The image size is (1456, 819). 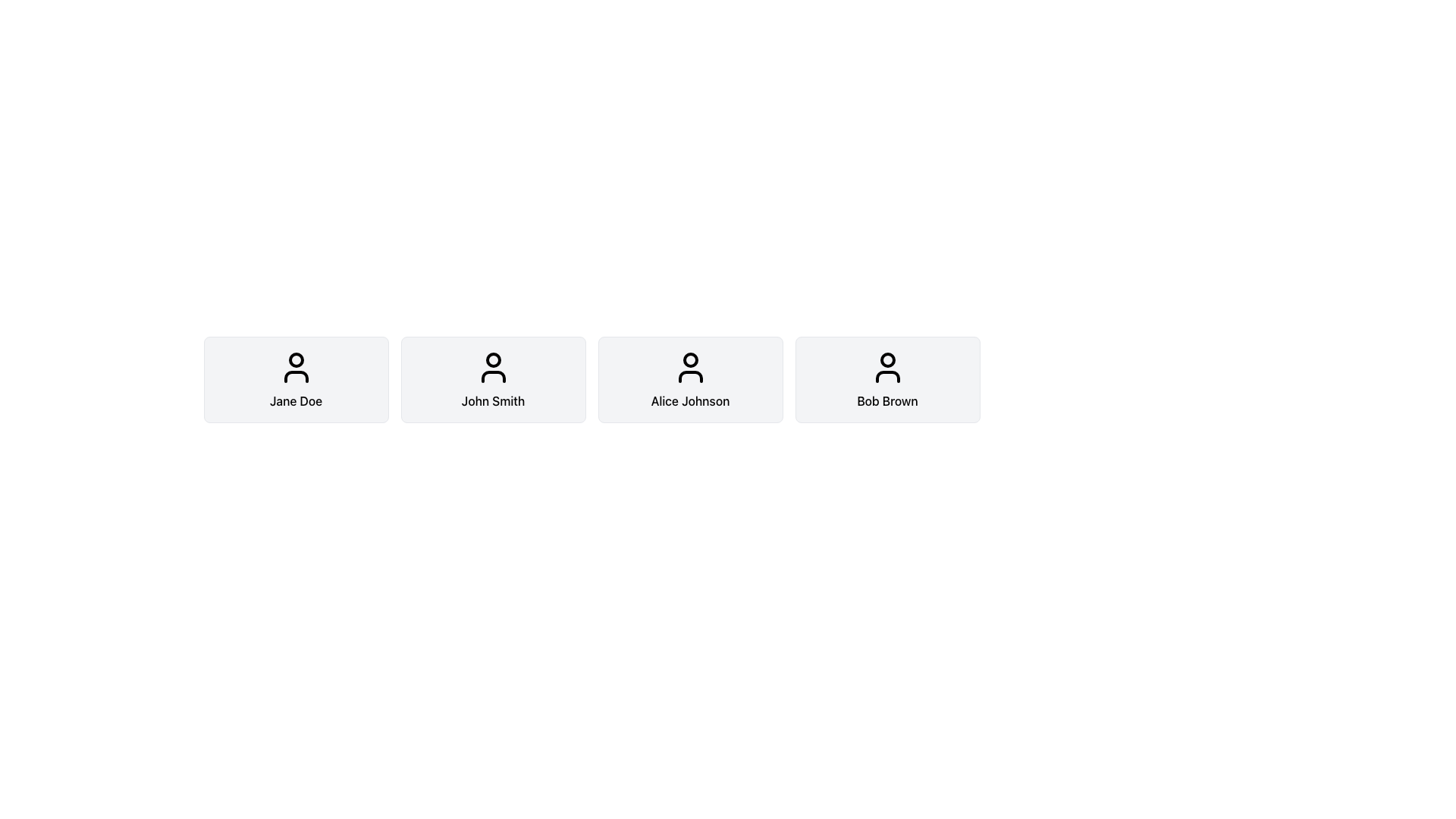 What do you see at coordinates (887, 372) in the screenshot?
I see `the user profile card labeled 'Bob Brown', which is the last element in a row of similar cards` at bounding box center [887, 372].